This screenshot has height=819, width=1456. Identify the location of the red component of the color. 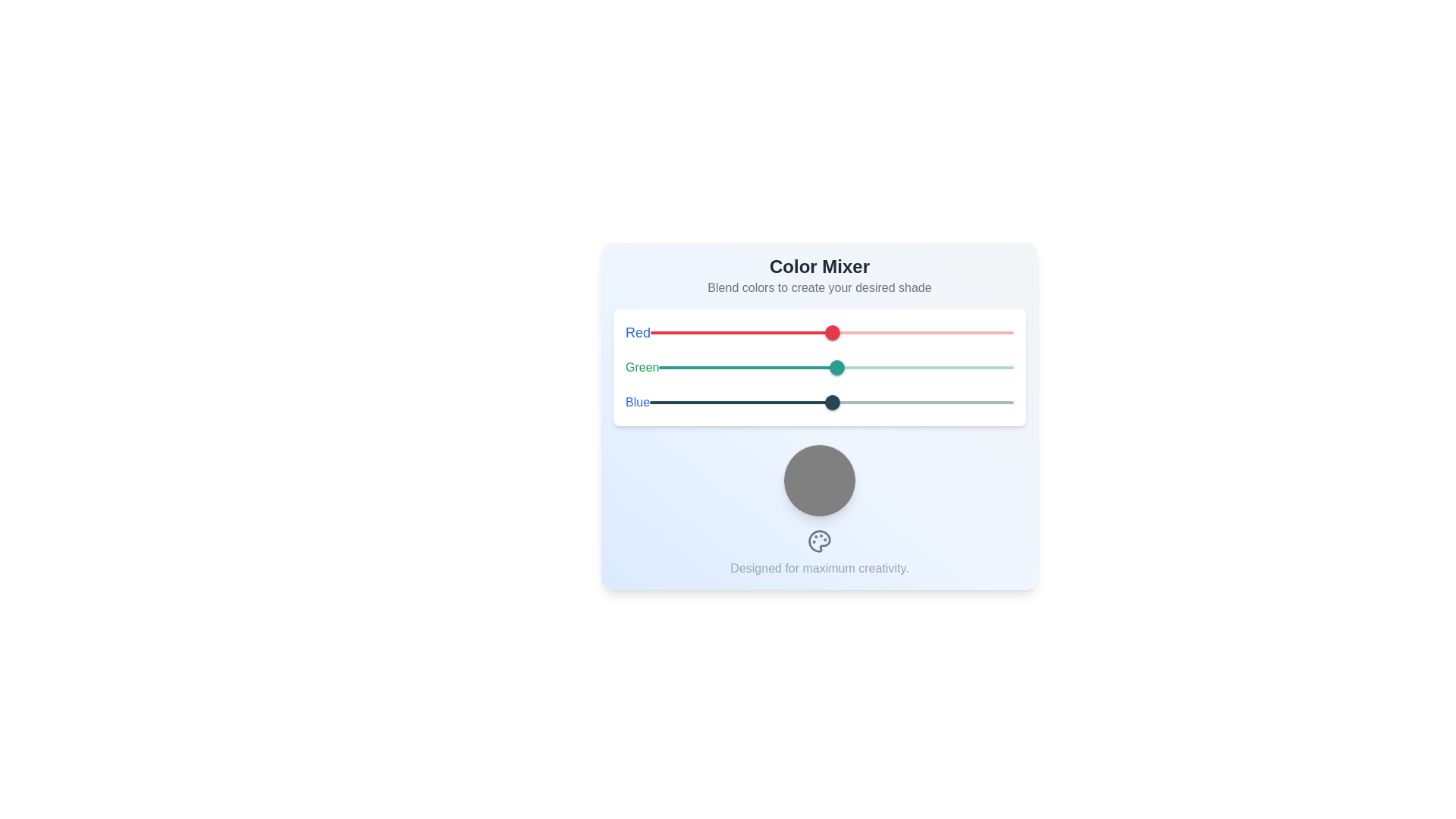
(825, 332).